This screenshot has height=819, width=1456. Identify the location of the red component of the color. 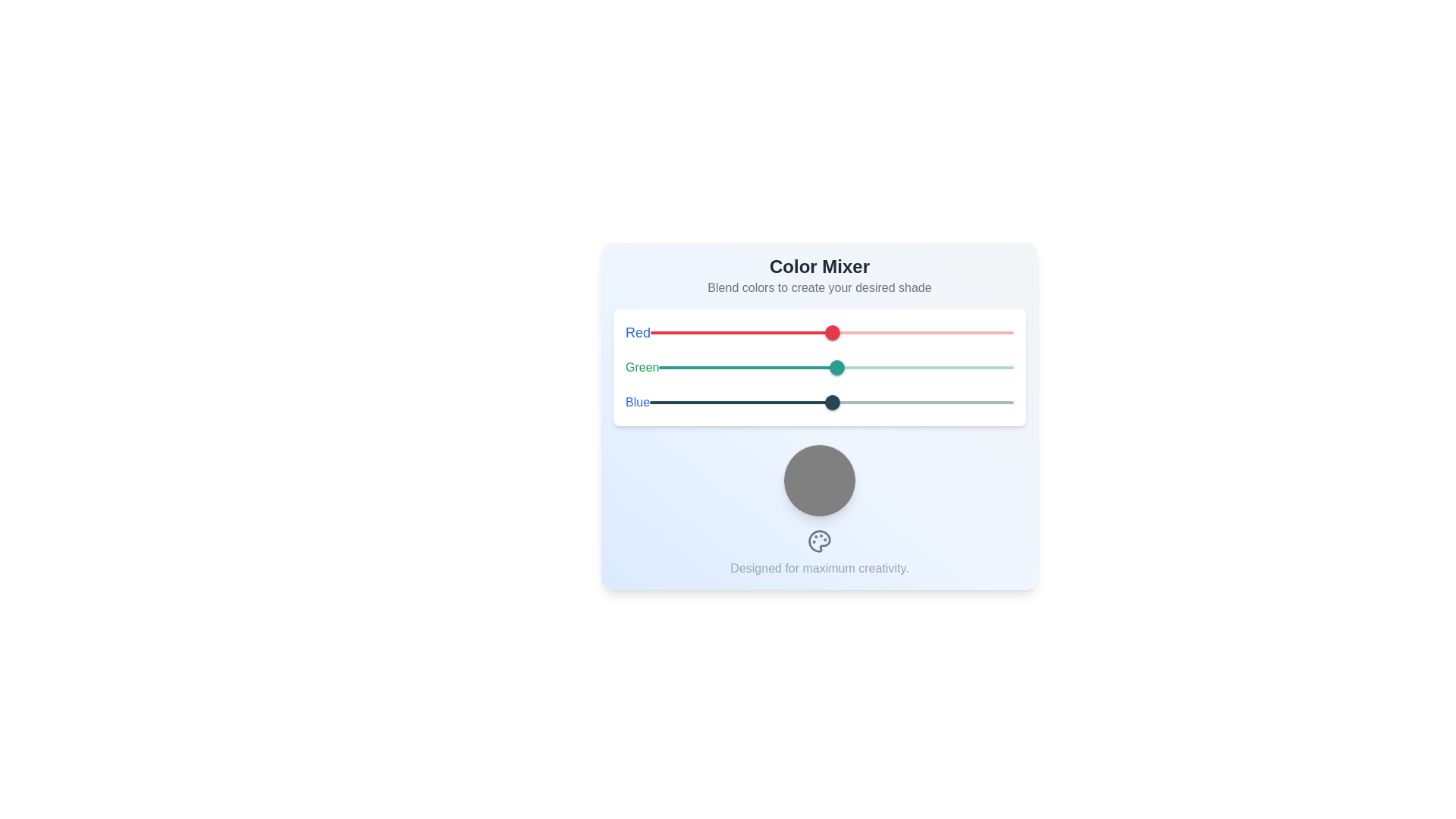
(825, 332).